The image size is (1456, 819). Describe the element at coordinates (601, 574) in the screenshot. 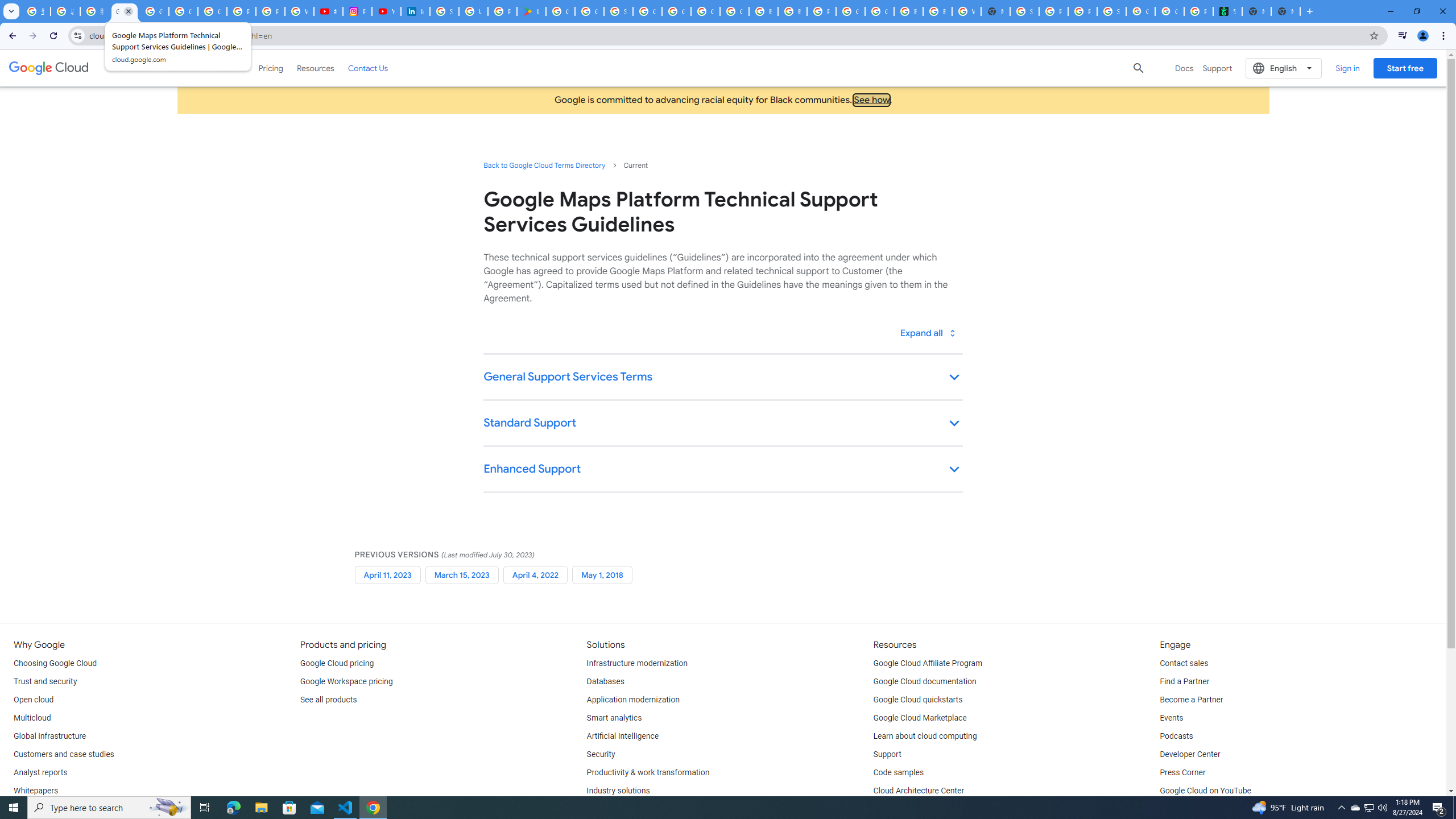

I see `'May 1, 2018'` at that location.